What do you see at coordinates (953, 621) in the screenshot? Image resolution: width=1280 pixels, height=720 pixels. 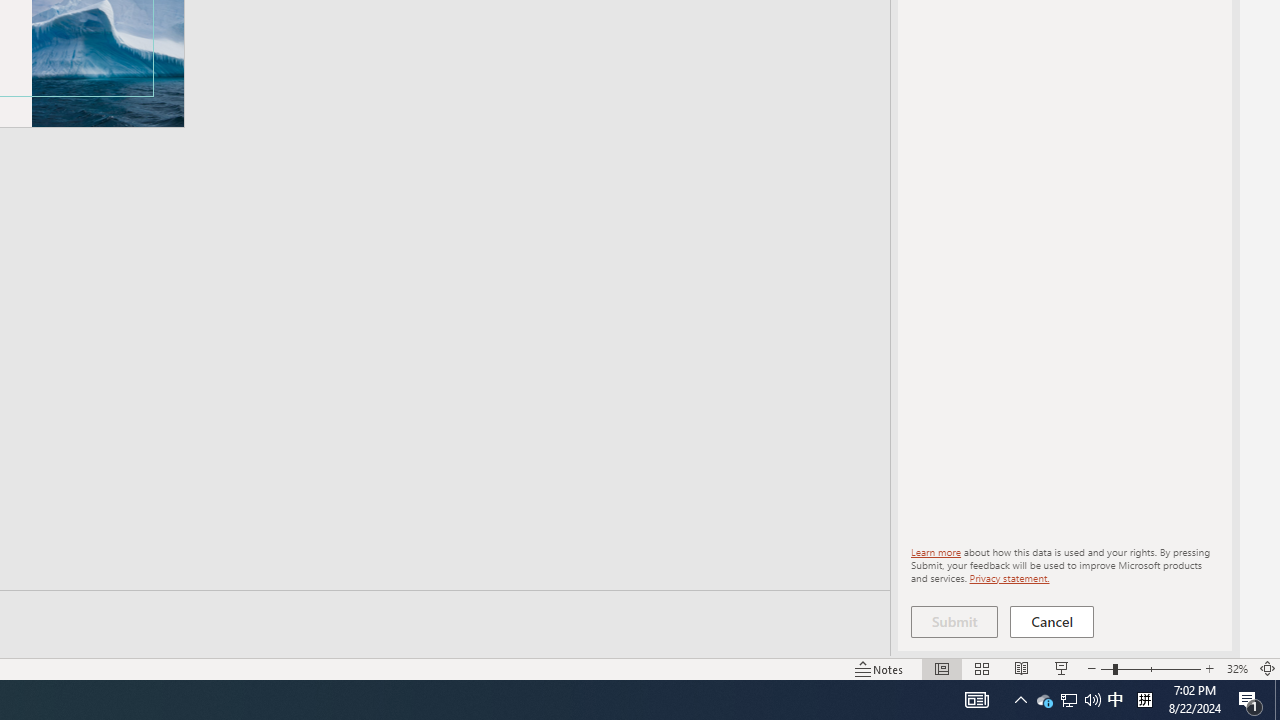 I see `'Submit'` at bounding box center [953, 621].